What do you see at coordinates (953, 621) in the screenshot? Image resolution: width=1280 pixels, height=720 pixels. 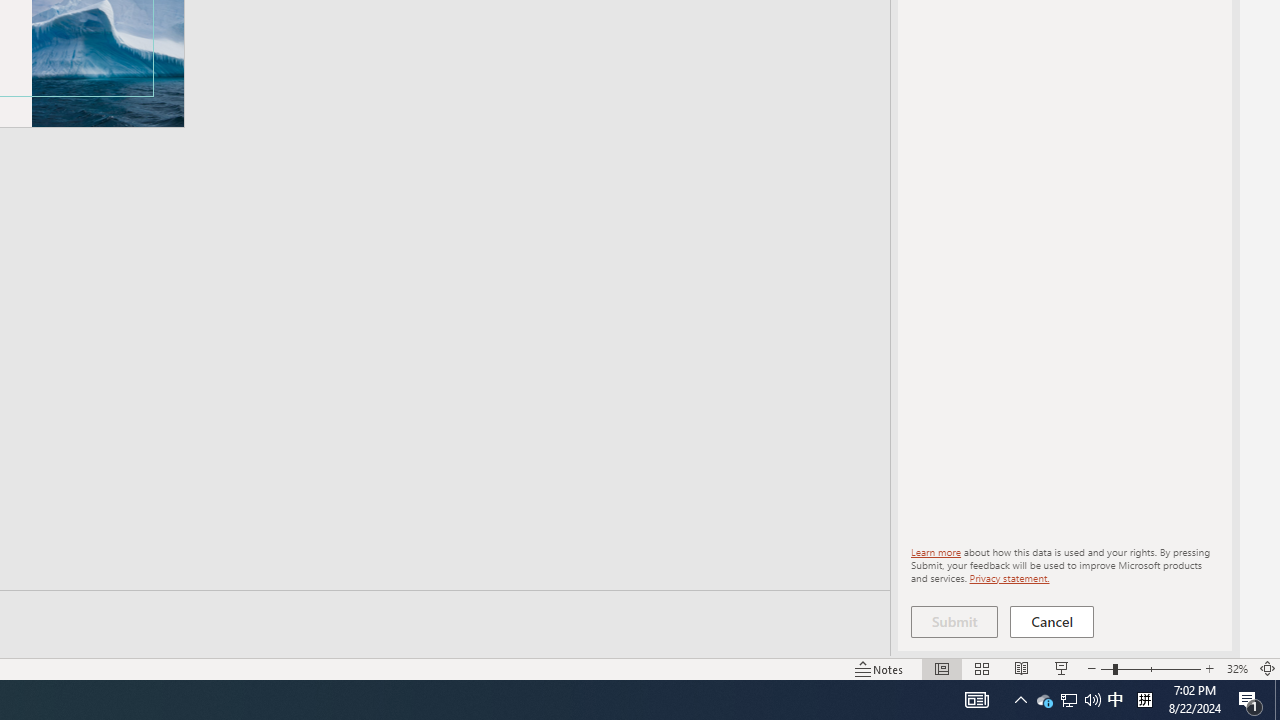 I see `'Submit'` at bounding box center [953, 621].